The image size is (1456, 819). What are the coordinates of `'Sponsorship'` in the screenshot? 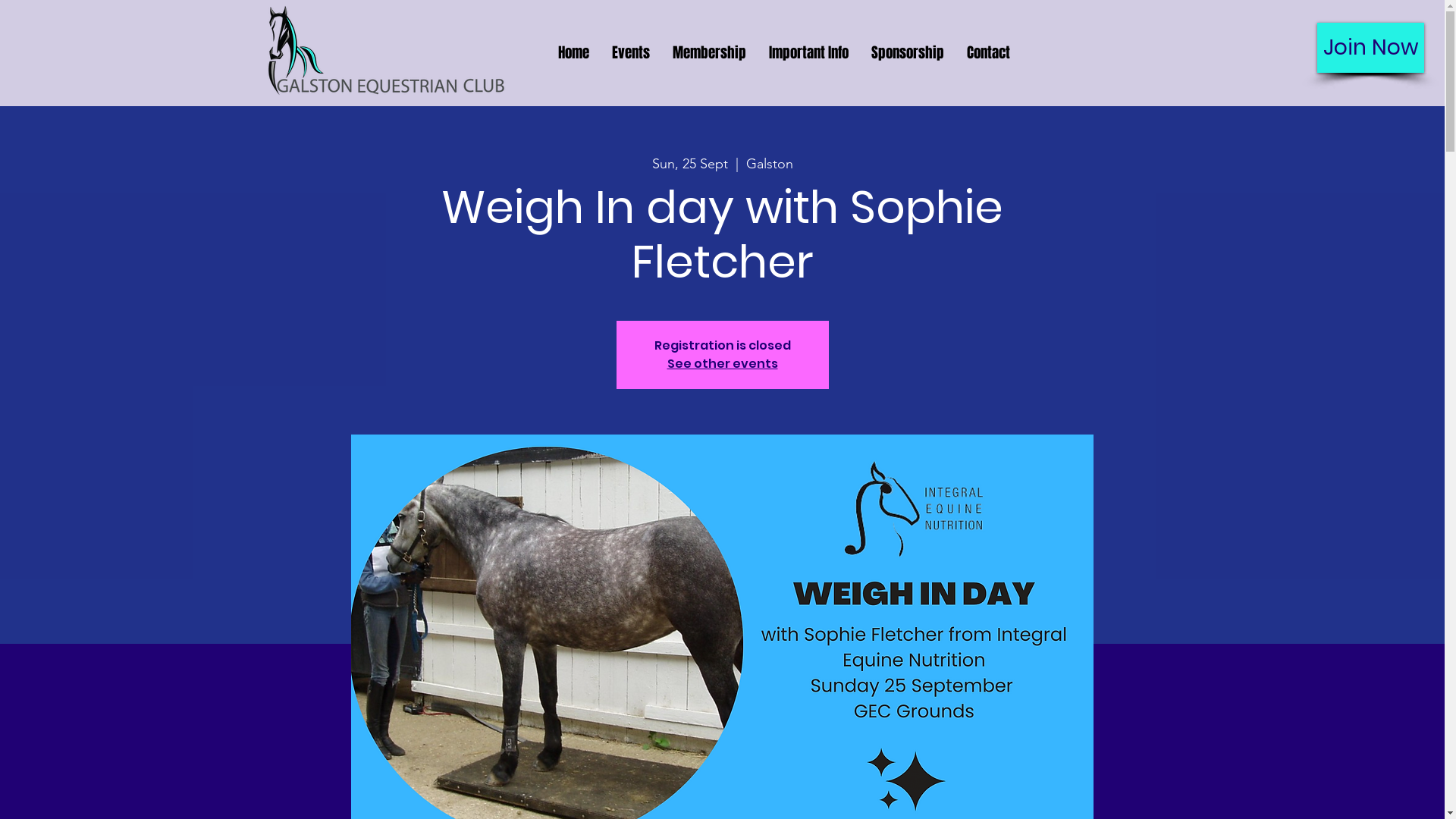 It's located at (859, 52).